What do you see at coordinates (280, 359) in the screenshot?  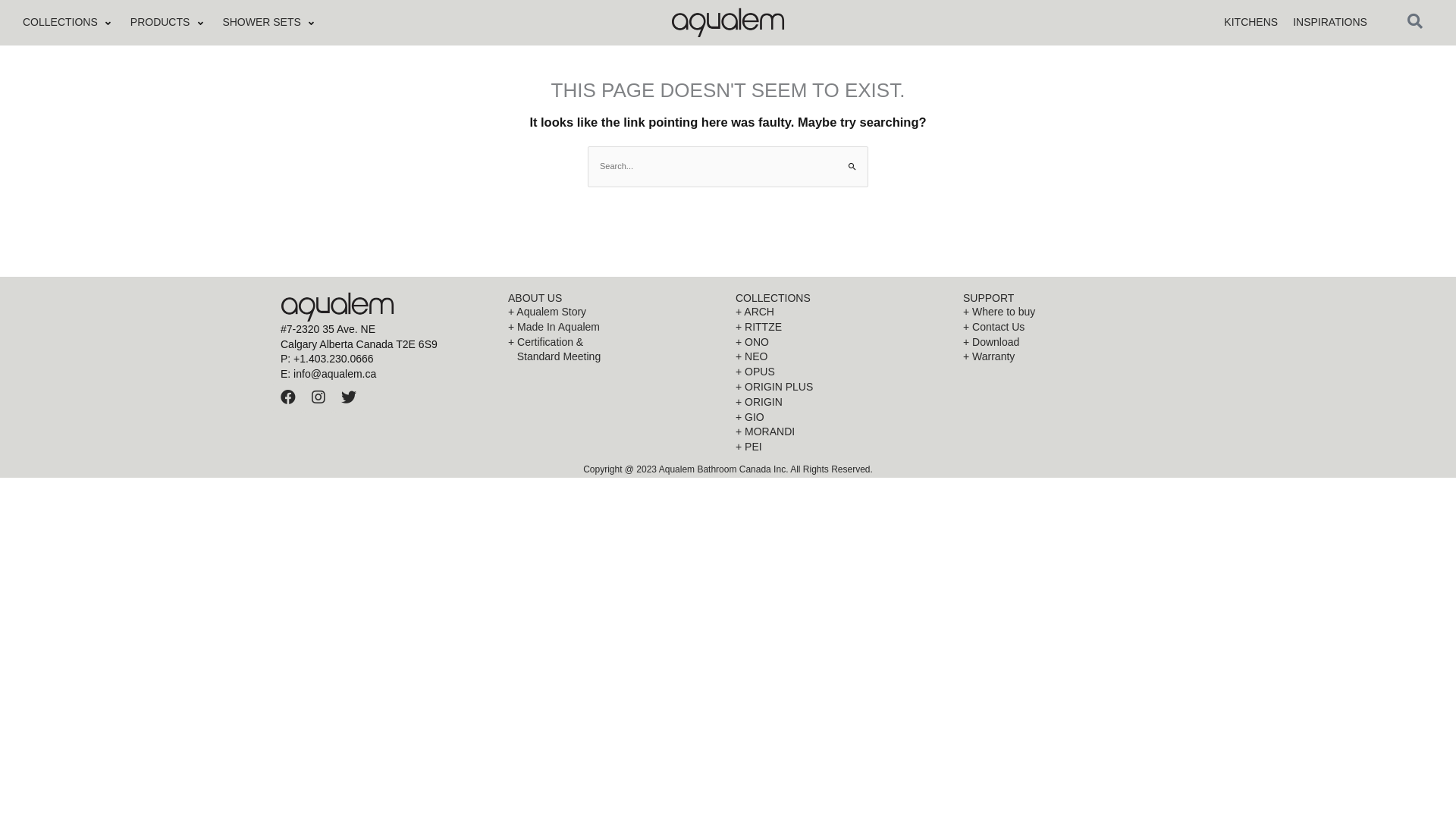 I see `'P: +1.403.230.0666'` at bounding box center [280, 359].